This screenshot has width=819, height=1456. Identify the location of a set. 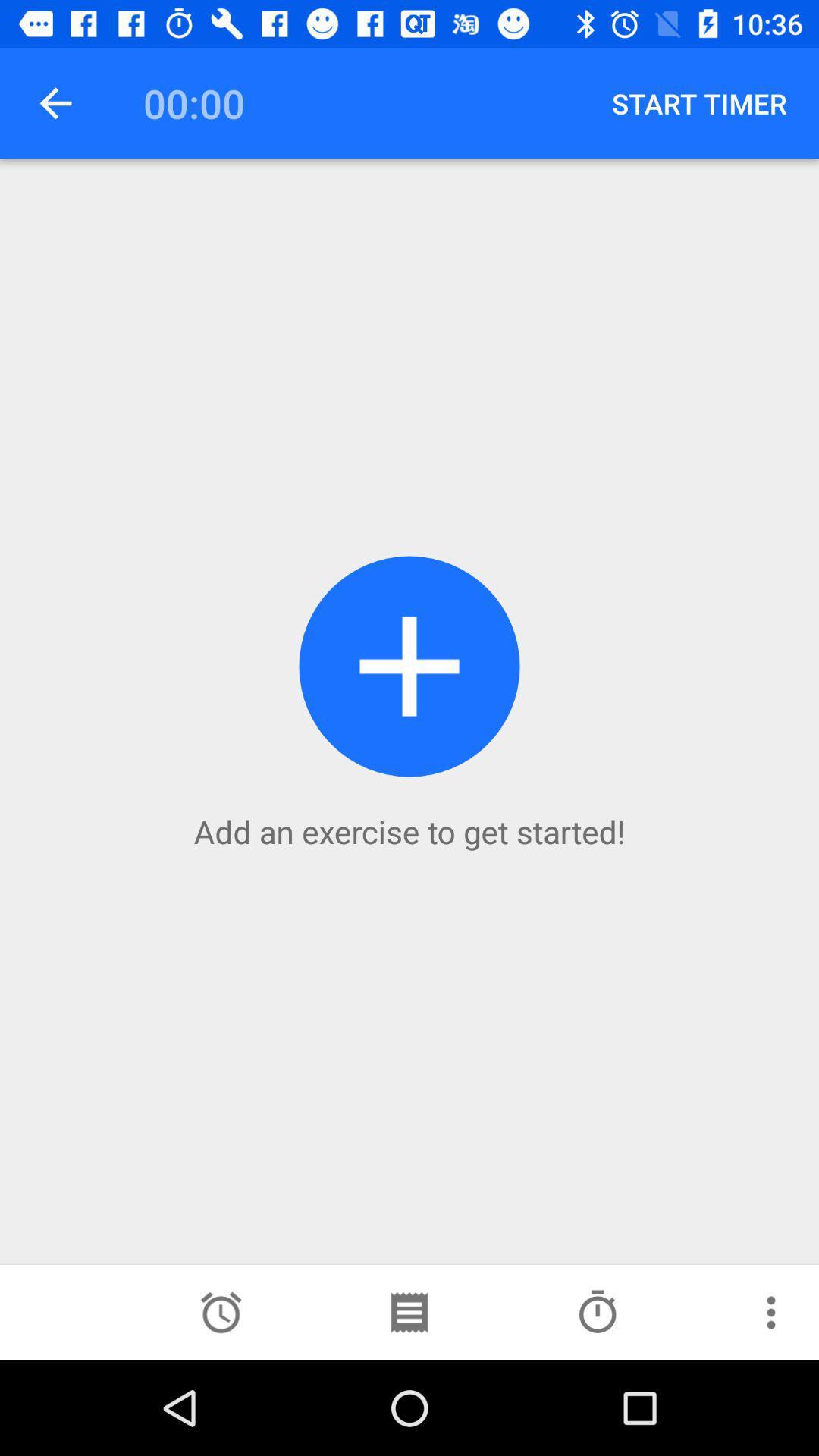
(221, 1312).